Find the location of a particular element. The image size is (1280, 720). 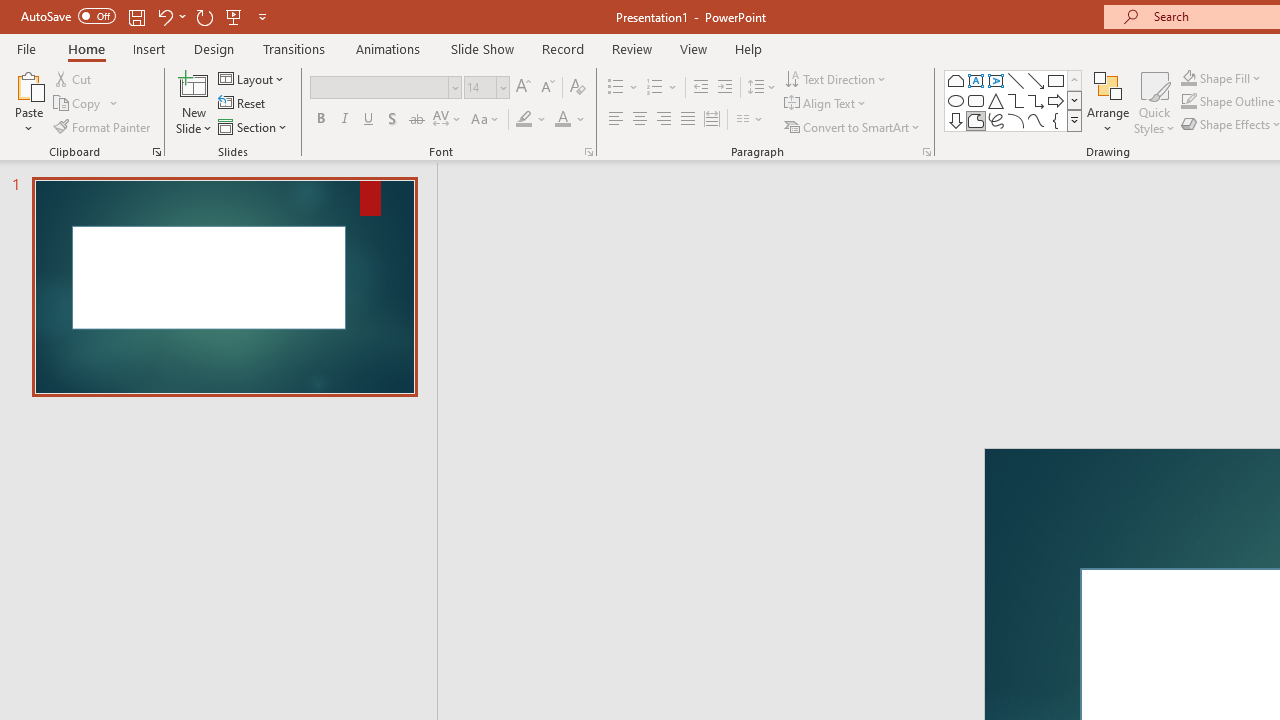

'Shape Outline Blue, Accent 1' is located at coordinates (1189, 101).